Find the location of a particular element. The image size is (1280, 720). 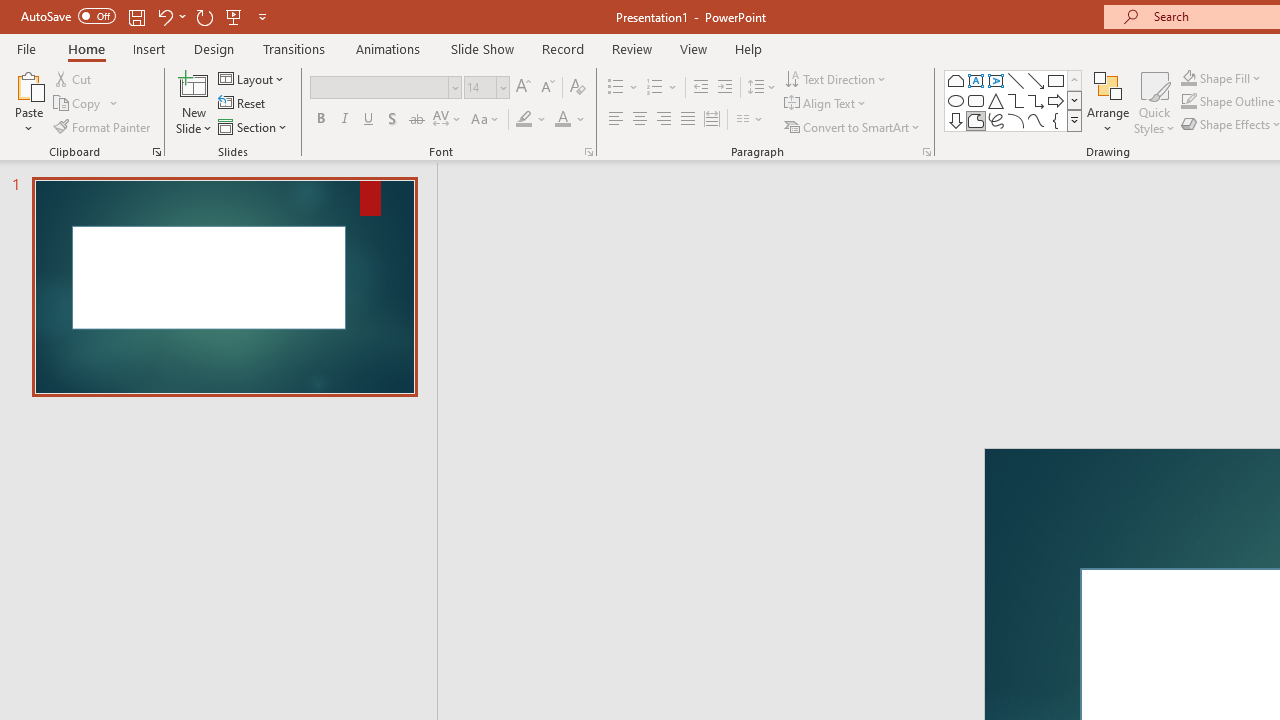

'Shape Outline Blue, Accent 1' is located at coordinates (1189, 101).